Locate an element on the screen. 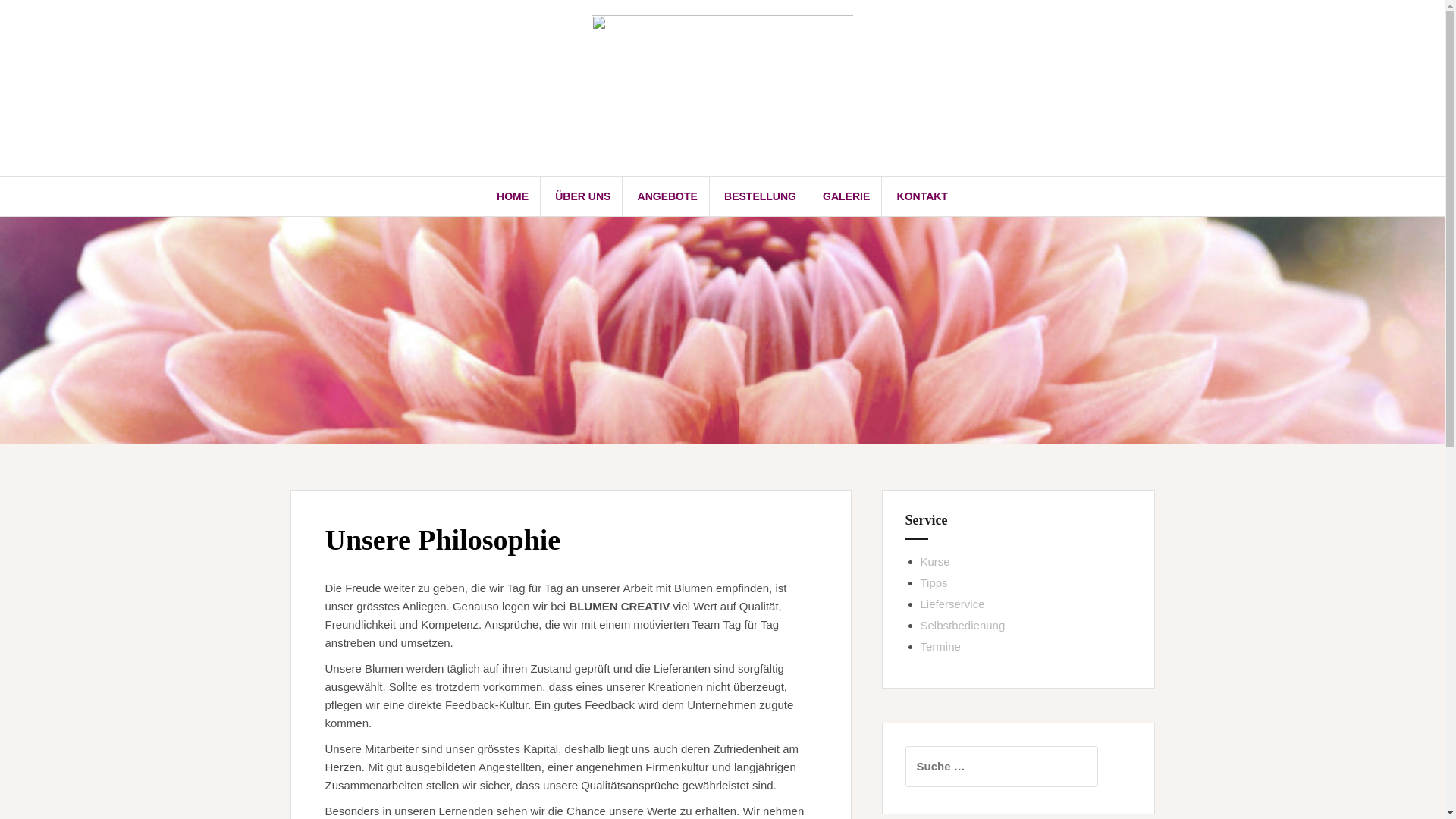 Image resolution: width=1456 pixels, height=819 pixels. 'Tipps' is located at coordinates (934, 582).